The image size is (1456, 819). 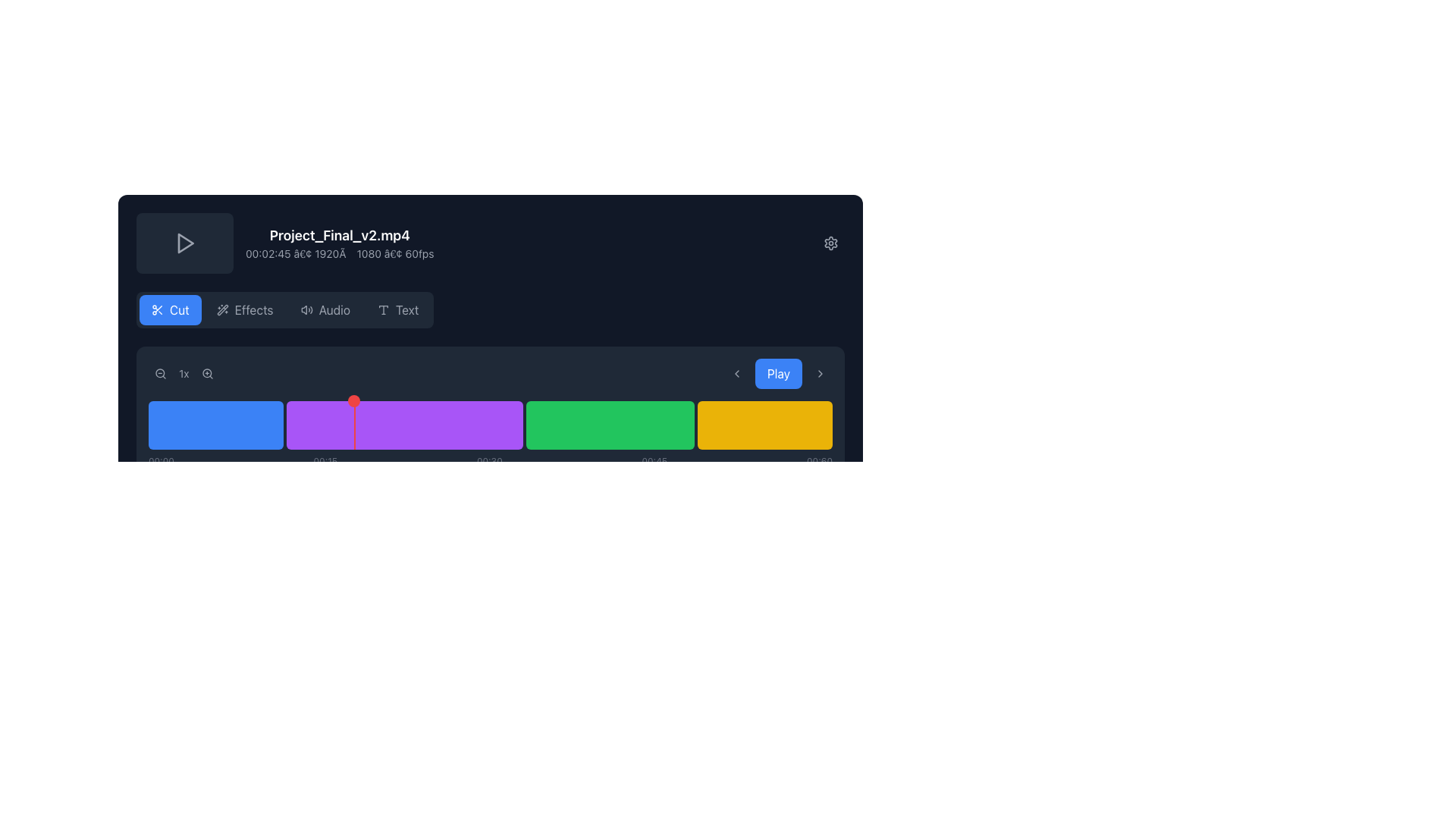 What do you see at coordinates (778, 374) in the screenshot?
I see `the 'Play' button, a rectangular button with rounded corners, blue background, and white text, located in the lower section of the interface to initiate playback` at bounding box center [778, 374].